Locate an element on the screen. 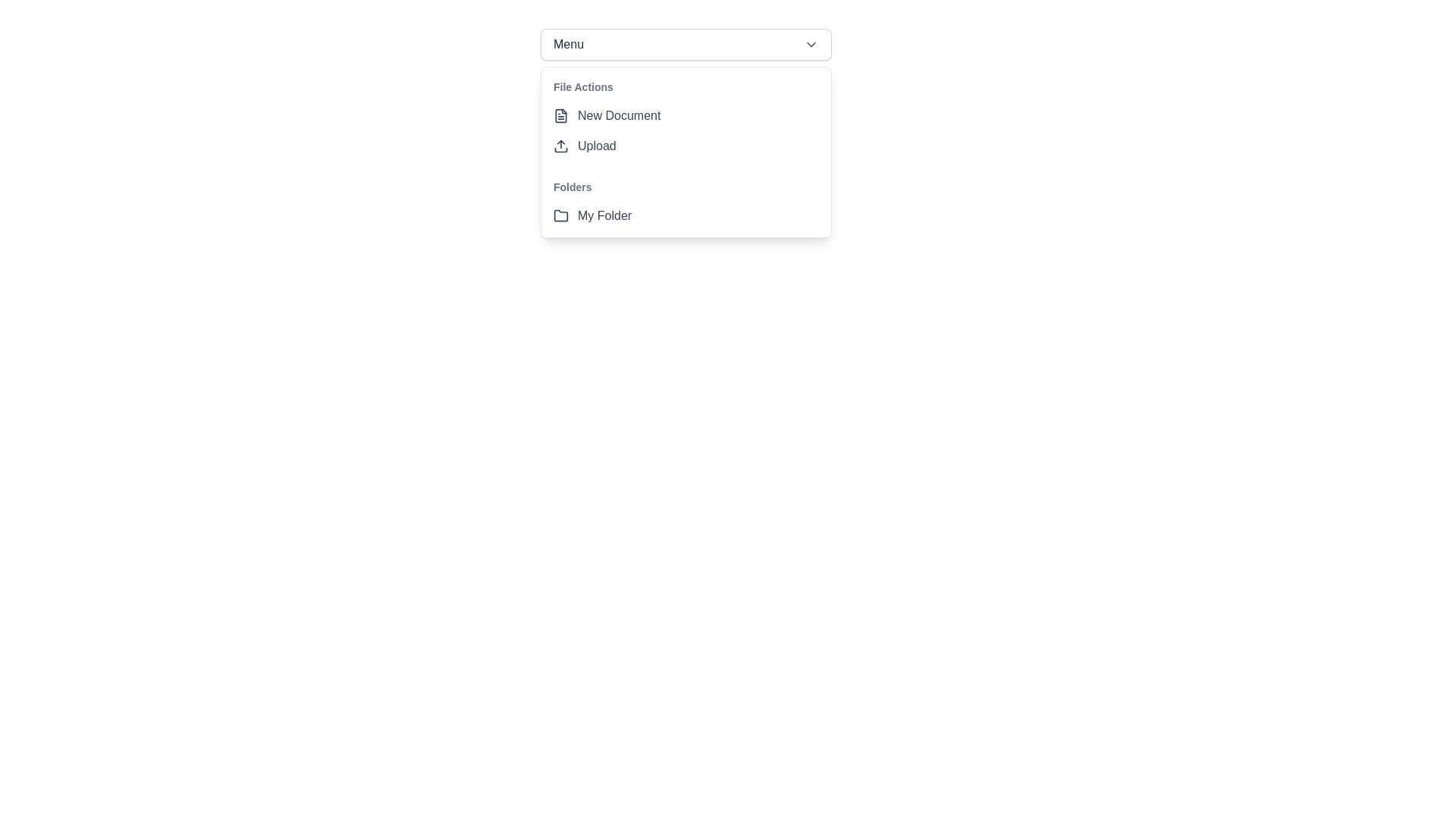  the Dropdown menu trigger element labeled 'Menu' to activate hover effects is located at coordinates (686, 43).